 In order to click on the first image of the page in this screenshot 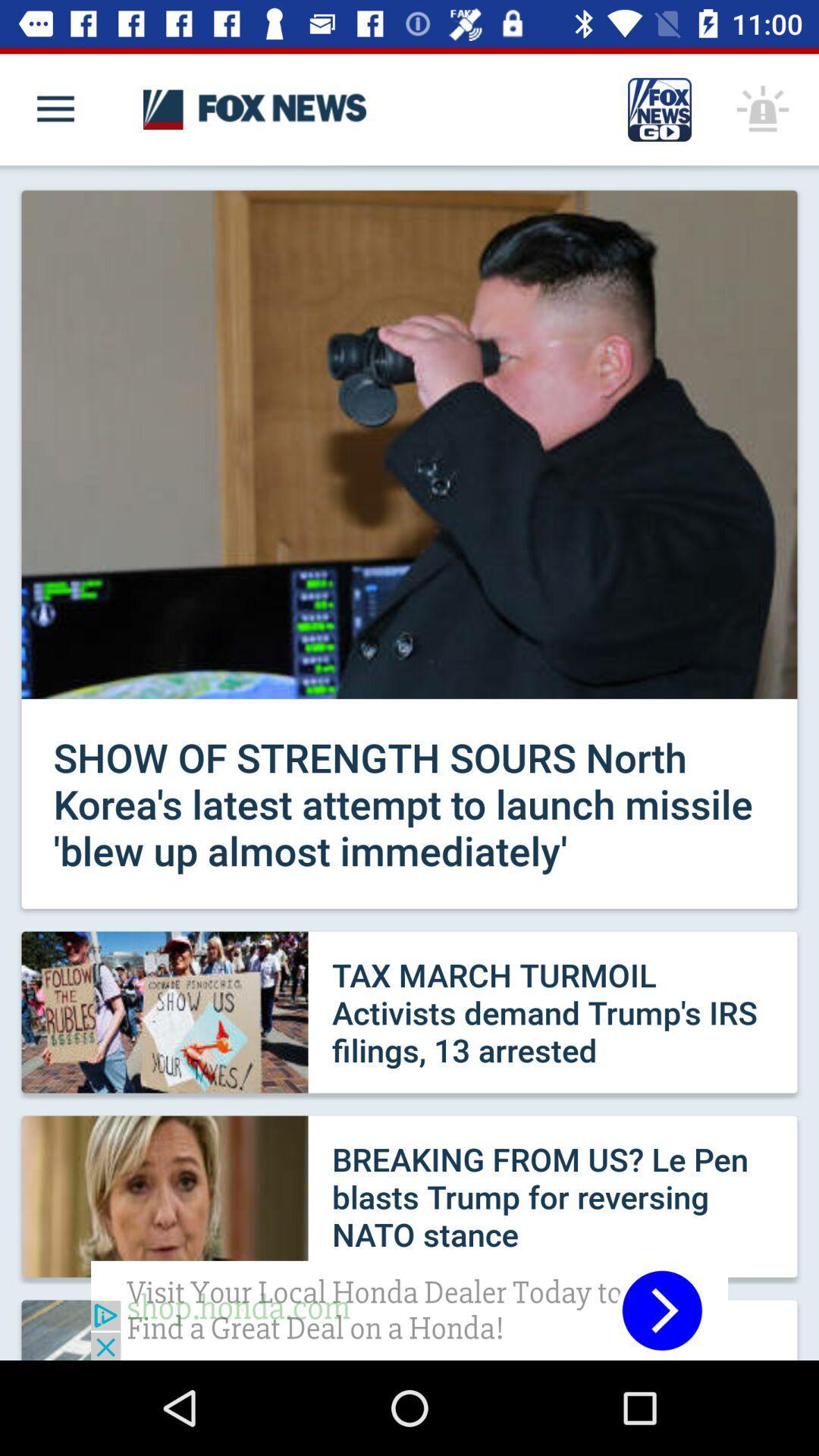, I will do `click(409, 444)`.